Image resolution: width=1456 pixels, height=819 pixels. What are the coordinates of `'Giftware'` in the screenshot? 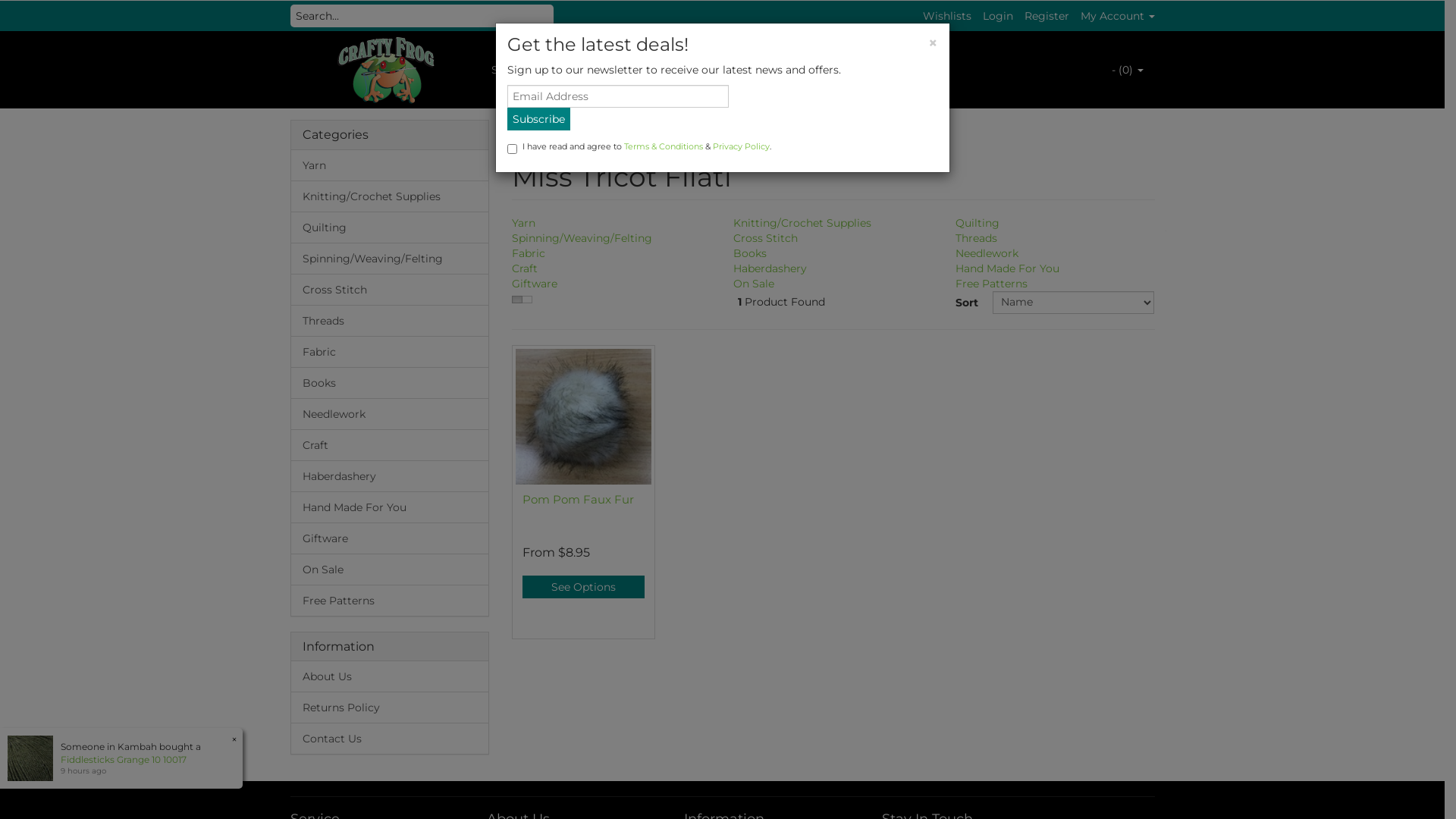 It's located at (535, 284).